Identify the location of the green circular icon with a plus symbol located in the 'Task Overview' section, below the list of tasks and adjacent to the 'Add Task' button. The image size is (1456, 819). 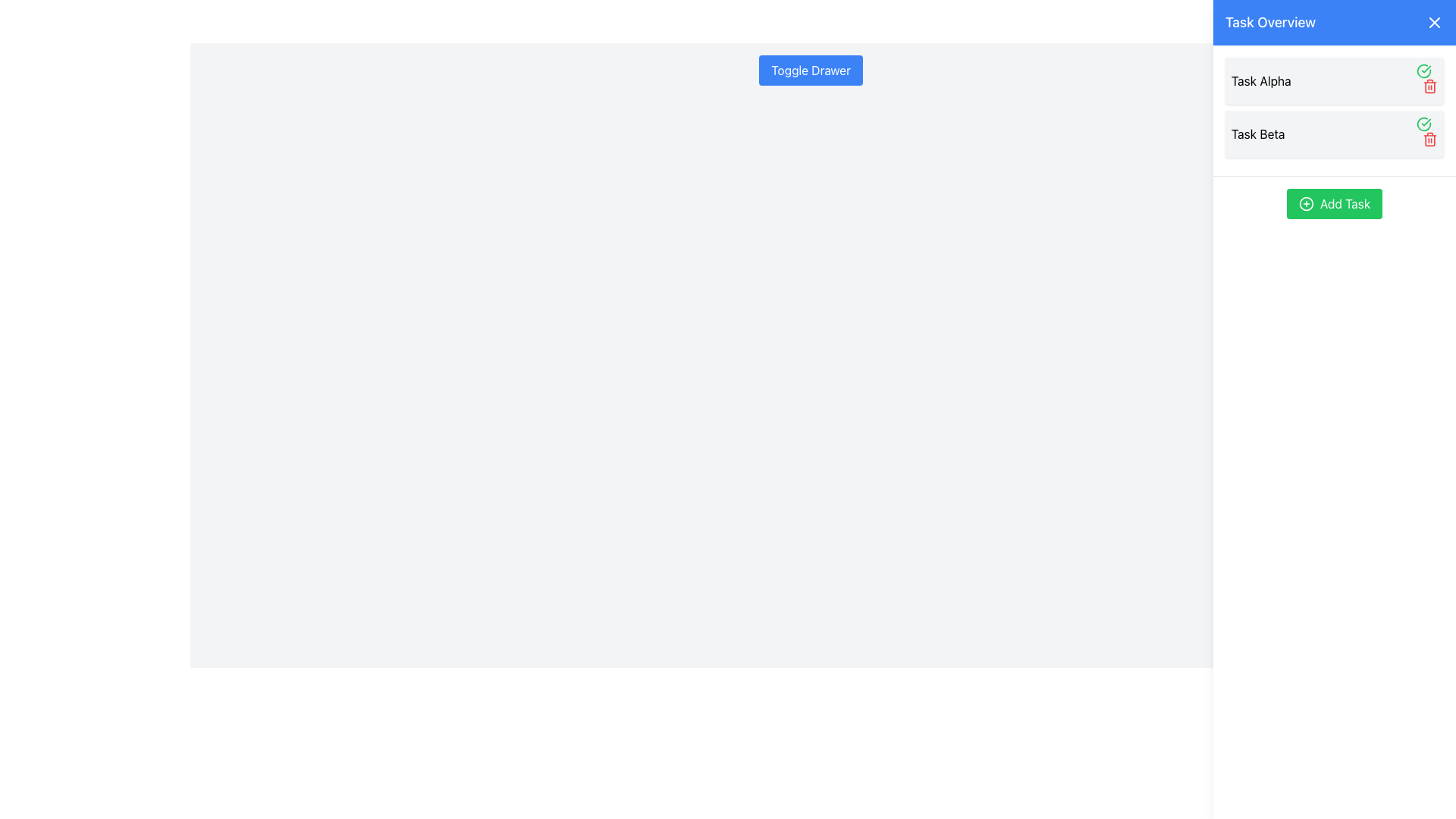
(1305, 203).